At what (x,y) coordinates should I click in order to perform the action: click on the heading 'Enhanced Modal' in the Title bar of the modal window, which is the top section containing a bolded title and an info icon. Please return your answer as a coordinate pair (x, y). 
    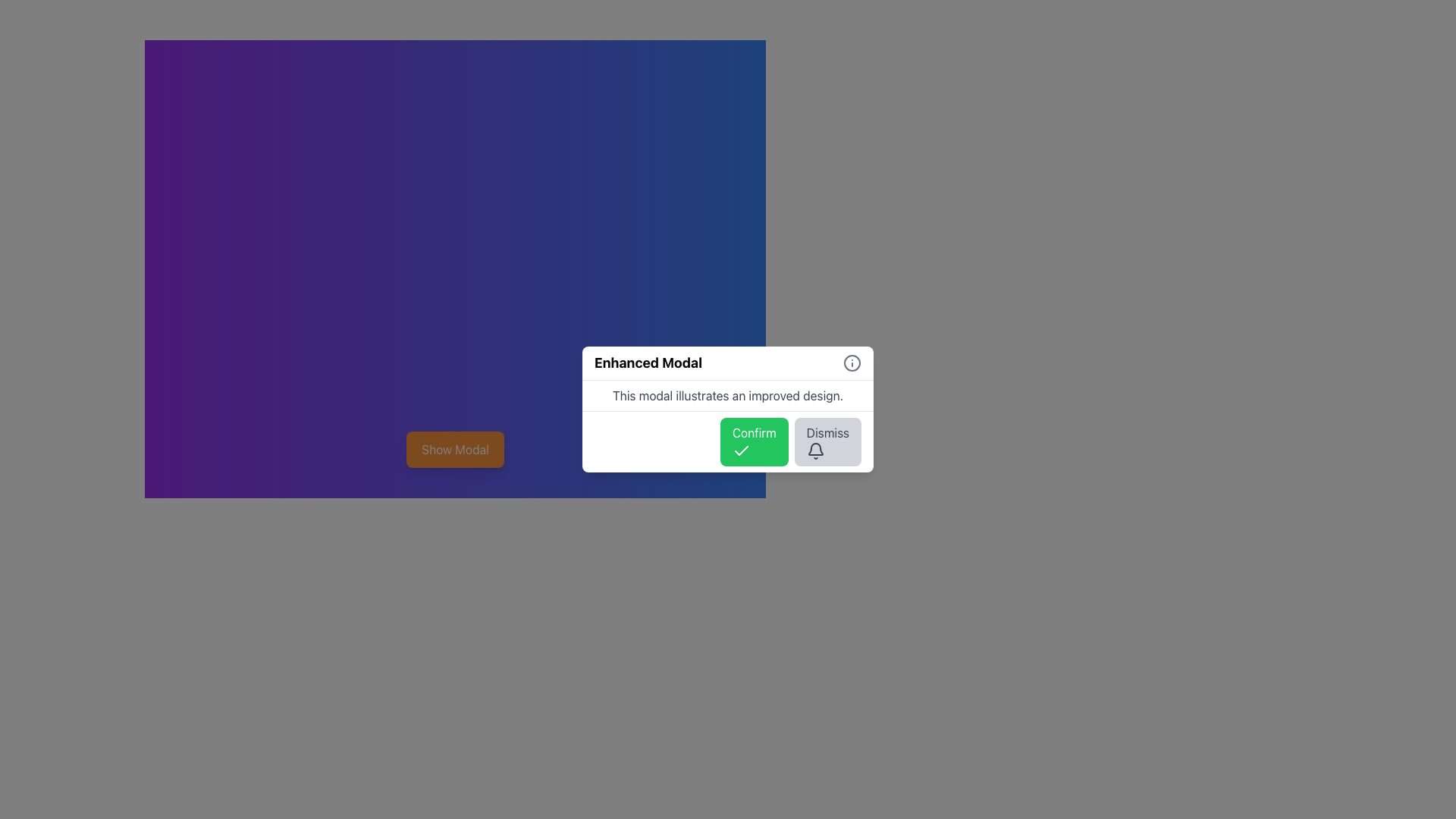
    Looking at the image, I should click on (728, 363).